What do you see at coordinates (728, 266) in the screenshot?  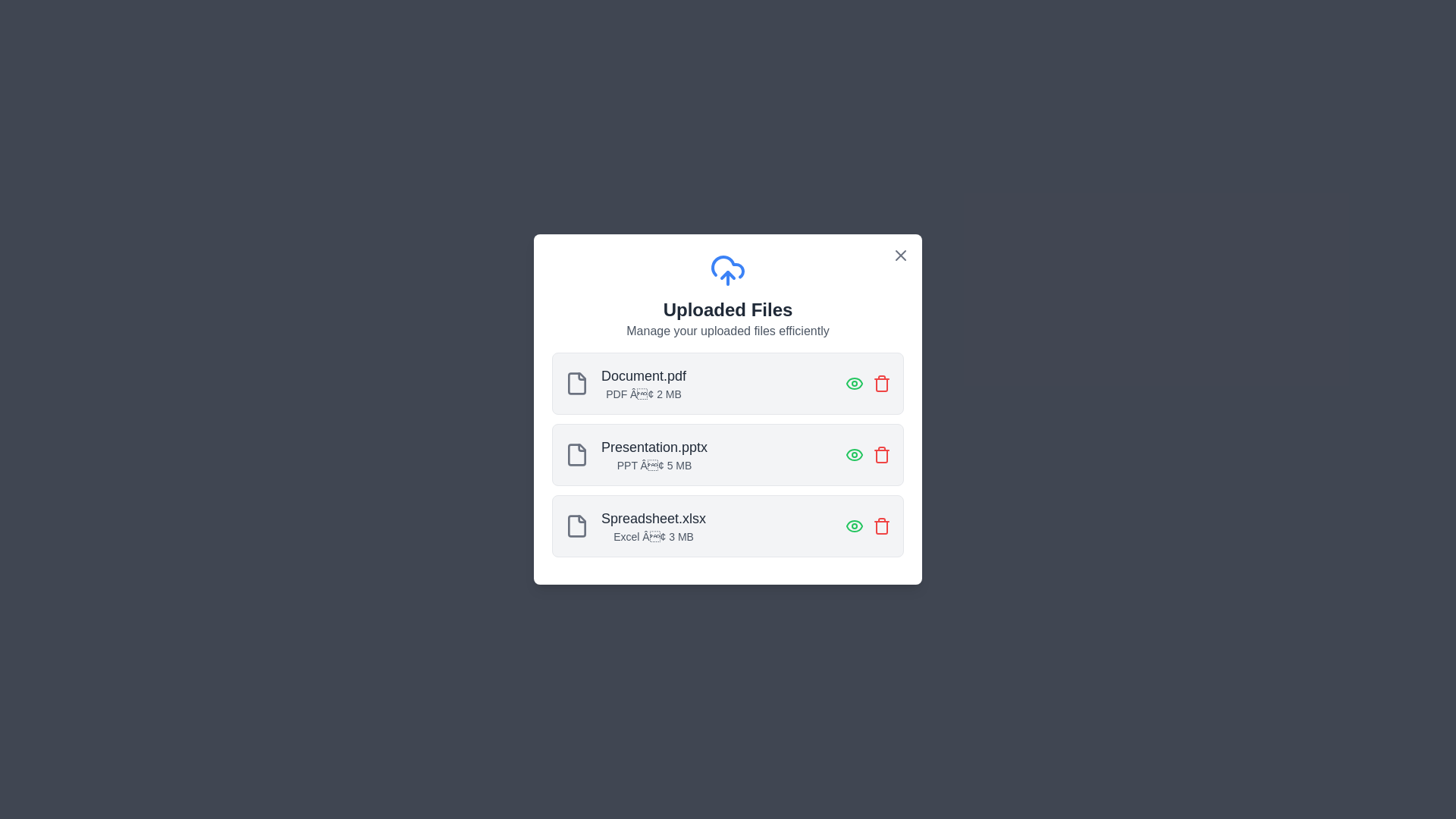 I see `the decorative cloud upload icon located at the center of the dialog box, above the 'Uploaded Files' text` at bounding box center [728, 266].